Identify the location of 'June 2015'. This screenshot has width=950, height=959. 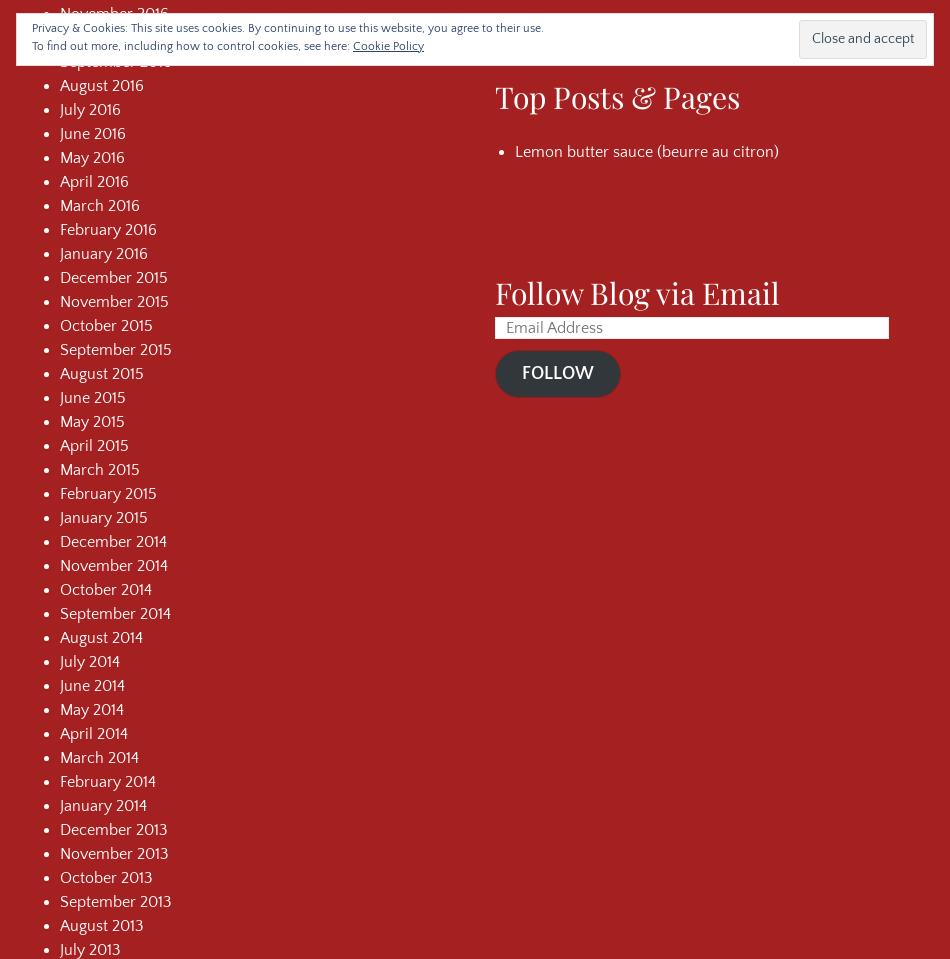
(93, 397).